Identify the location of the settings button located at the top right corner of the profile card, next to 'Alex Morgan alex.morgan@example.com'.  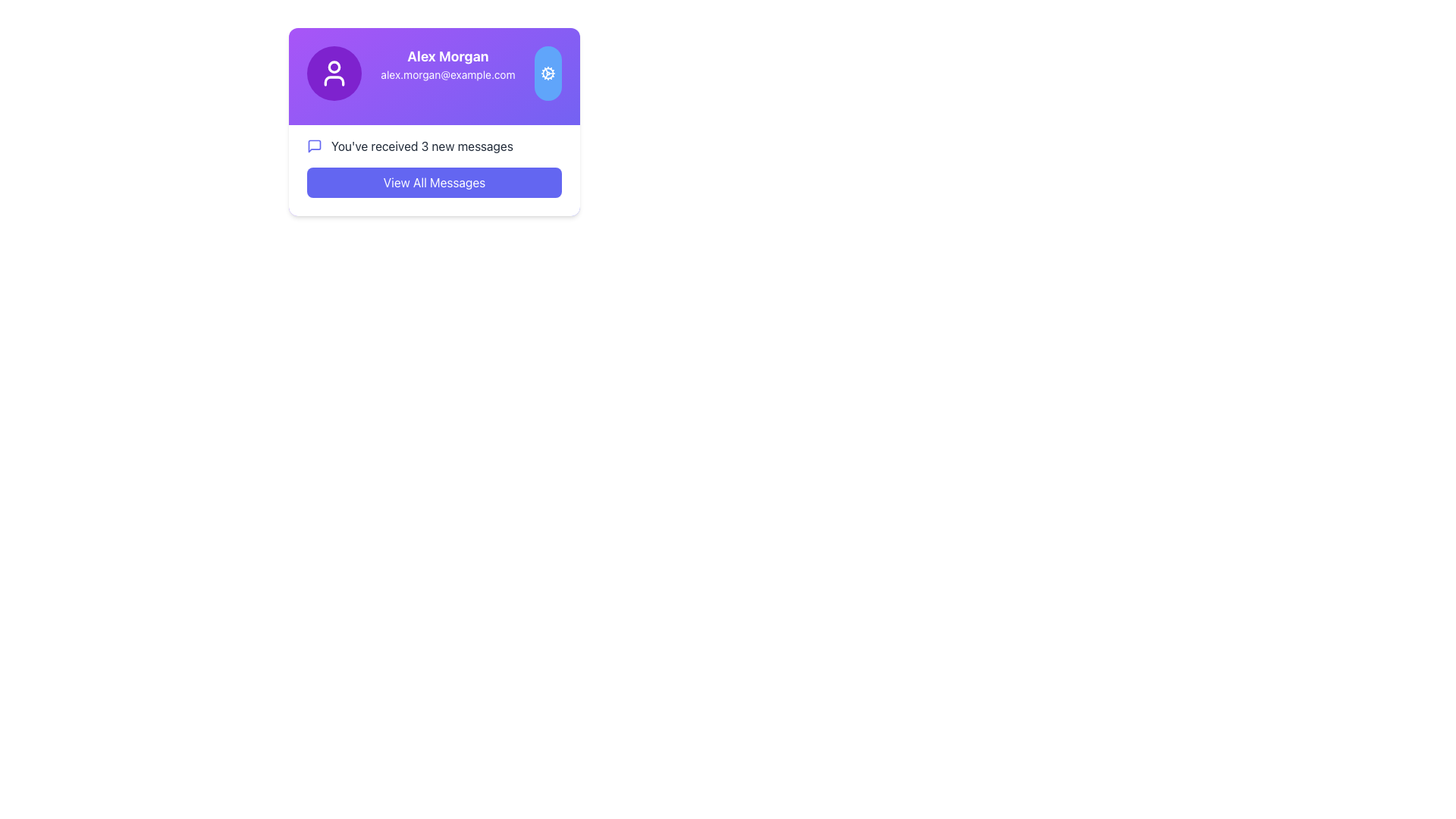
(548, 73).